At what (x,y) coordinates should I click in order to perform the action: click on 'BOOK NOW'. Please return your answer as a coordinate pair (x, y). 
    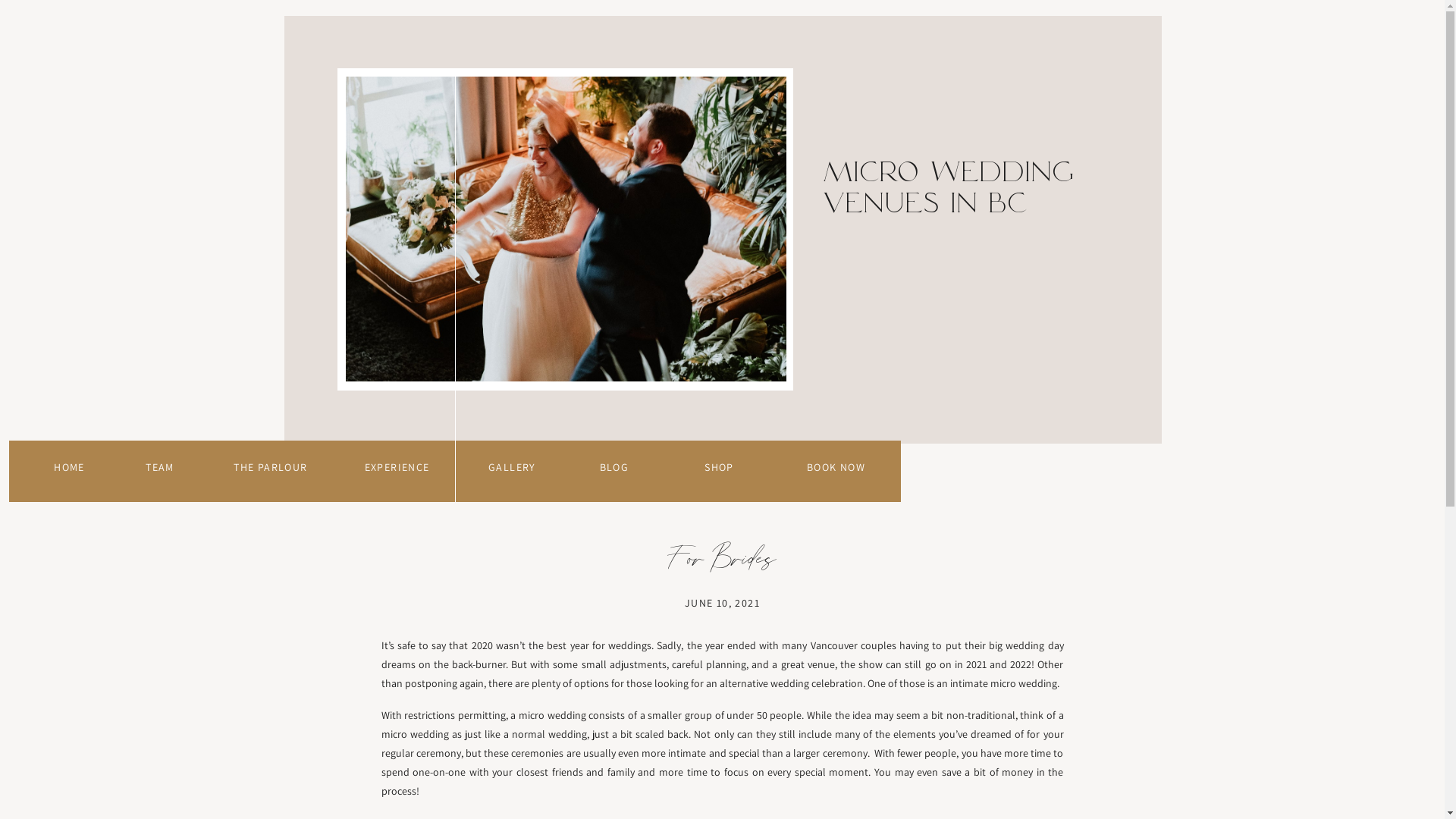
    Looking at the image, I should click on (835, 464).